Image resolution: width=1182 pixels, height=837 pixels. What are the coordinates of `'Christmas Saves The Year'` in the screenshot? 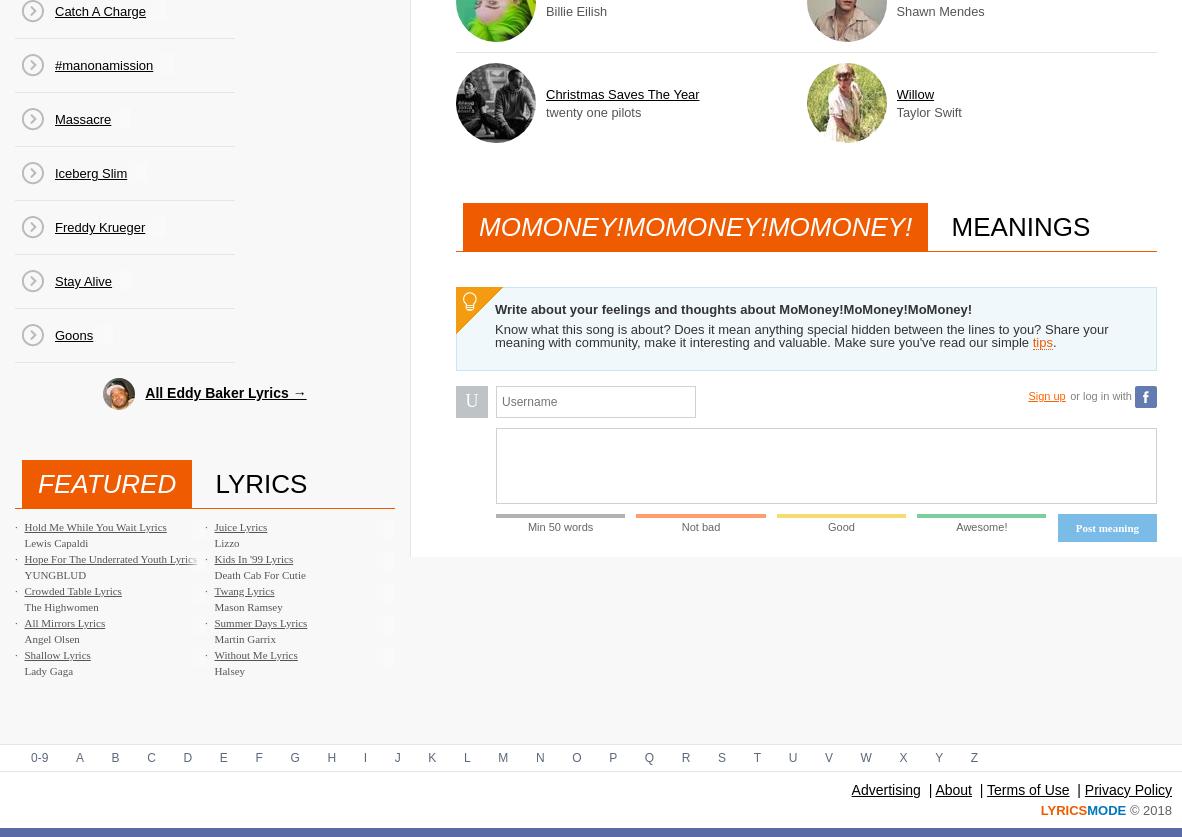 It's located at (621, 93).